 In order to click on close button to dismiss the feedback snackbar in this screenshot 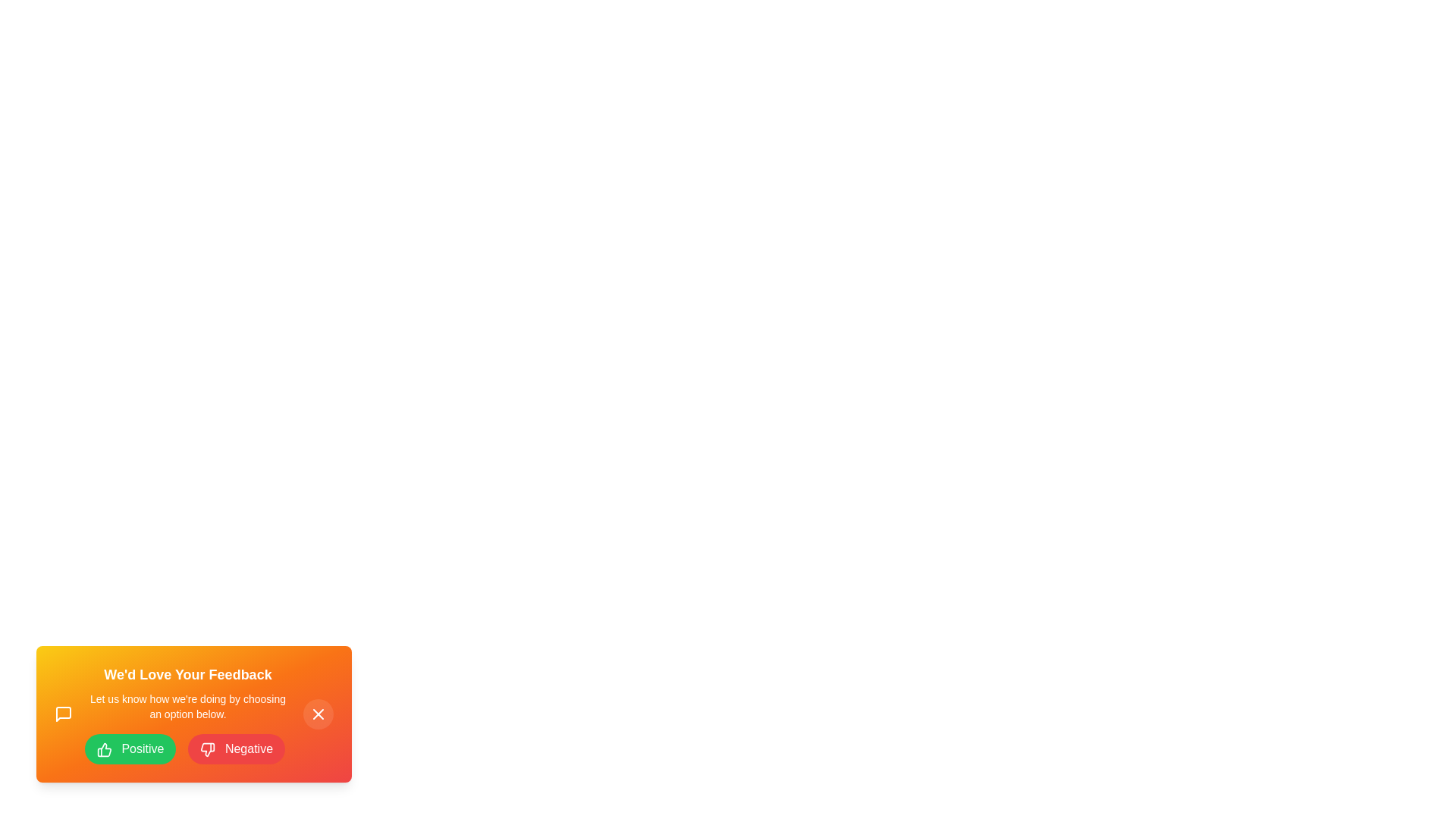, I will do `click(318, 714)`.